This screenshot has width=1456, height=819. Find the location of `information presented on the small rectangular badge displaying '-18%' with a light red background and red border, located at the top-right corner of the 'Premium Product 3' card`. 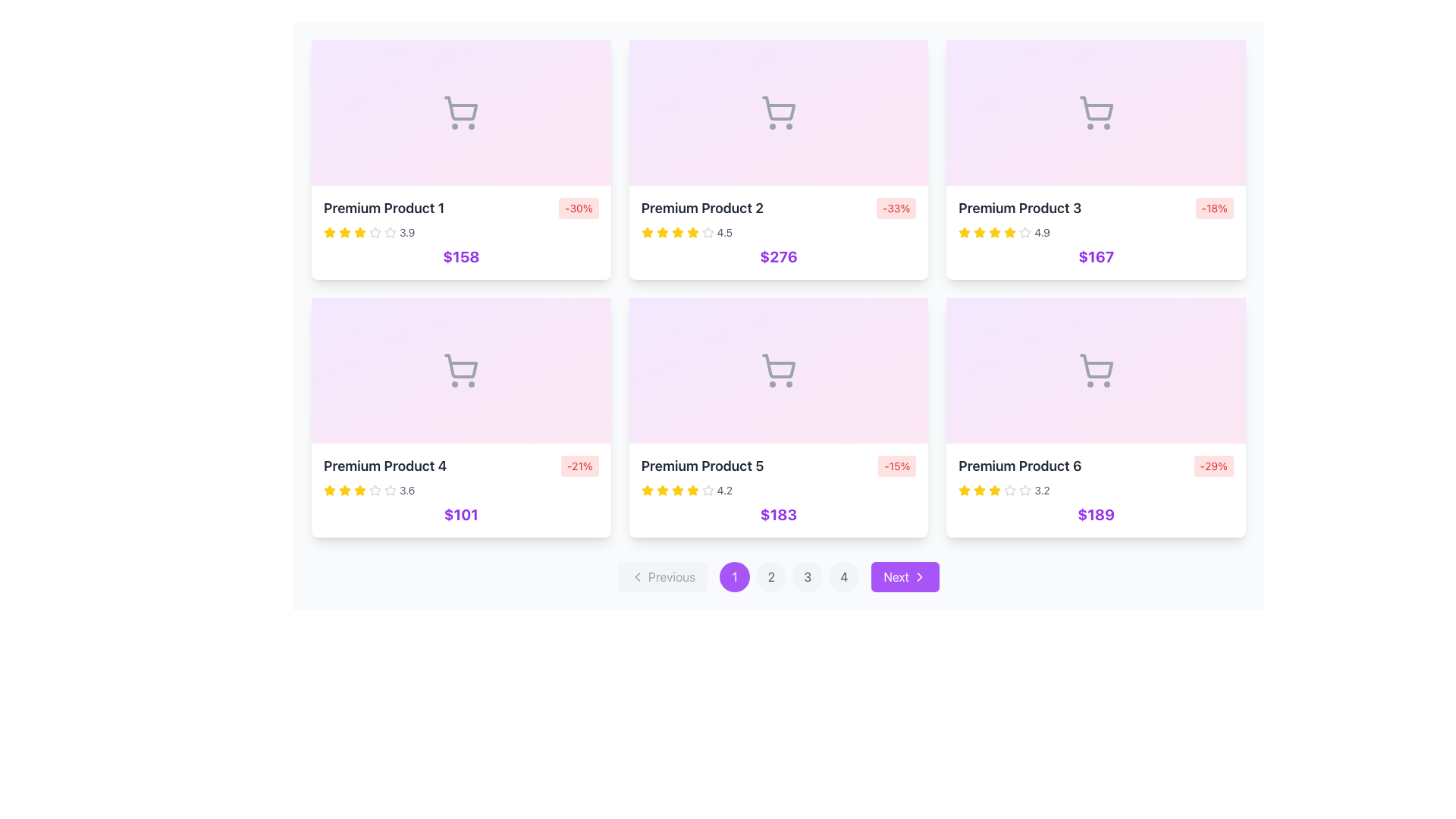

information presented on the small rectangular badge displaying '-18%' with a light red background and red border, located at the top-right corner of the 'Premium Product 3' card is located at coordinates (1214, 208).